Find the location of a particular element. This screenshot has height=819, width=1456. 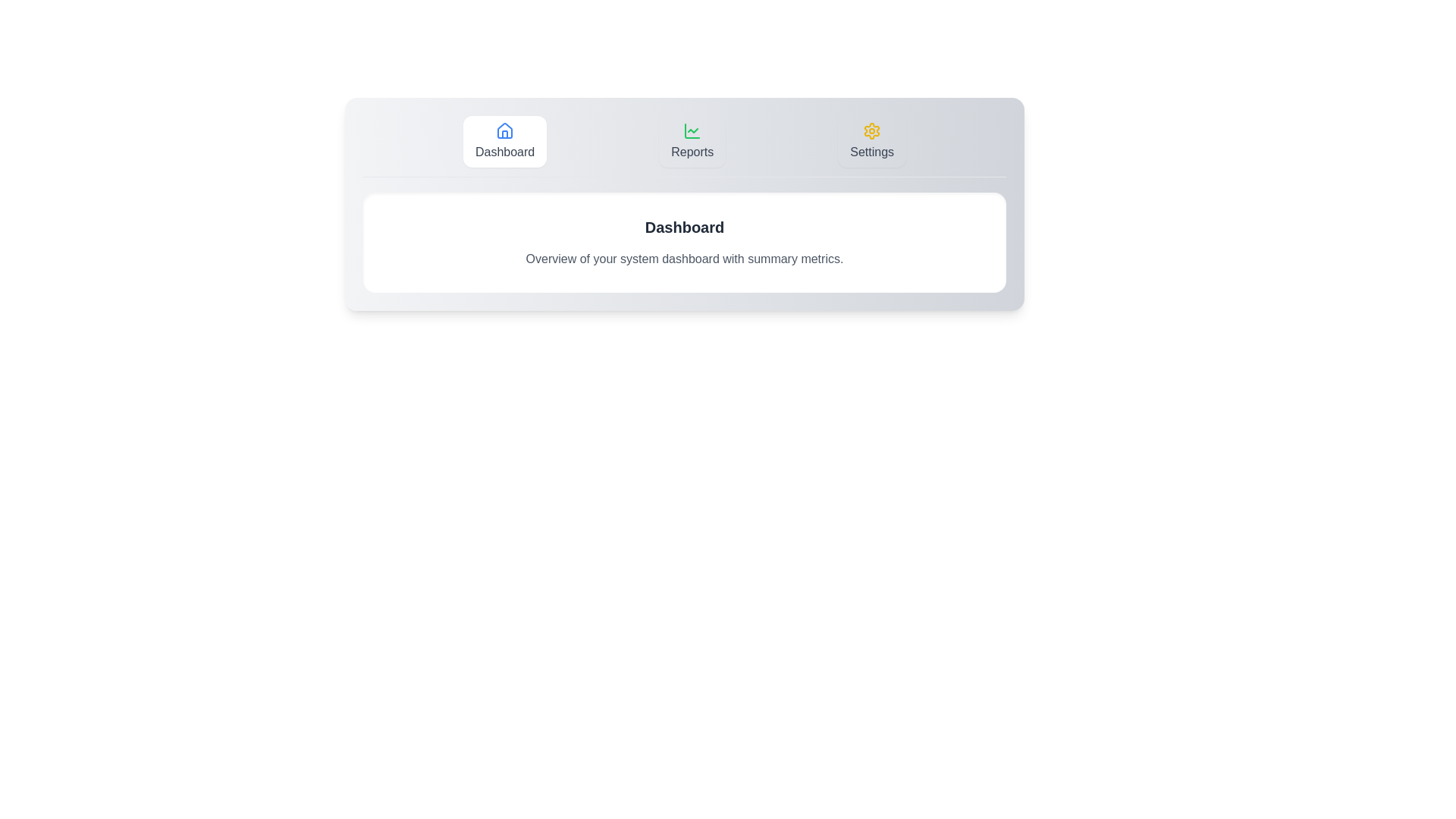

the Reports tab to switch to its content view is located at coordinates (692, 141).